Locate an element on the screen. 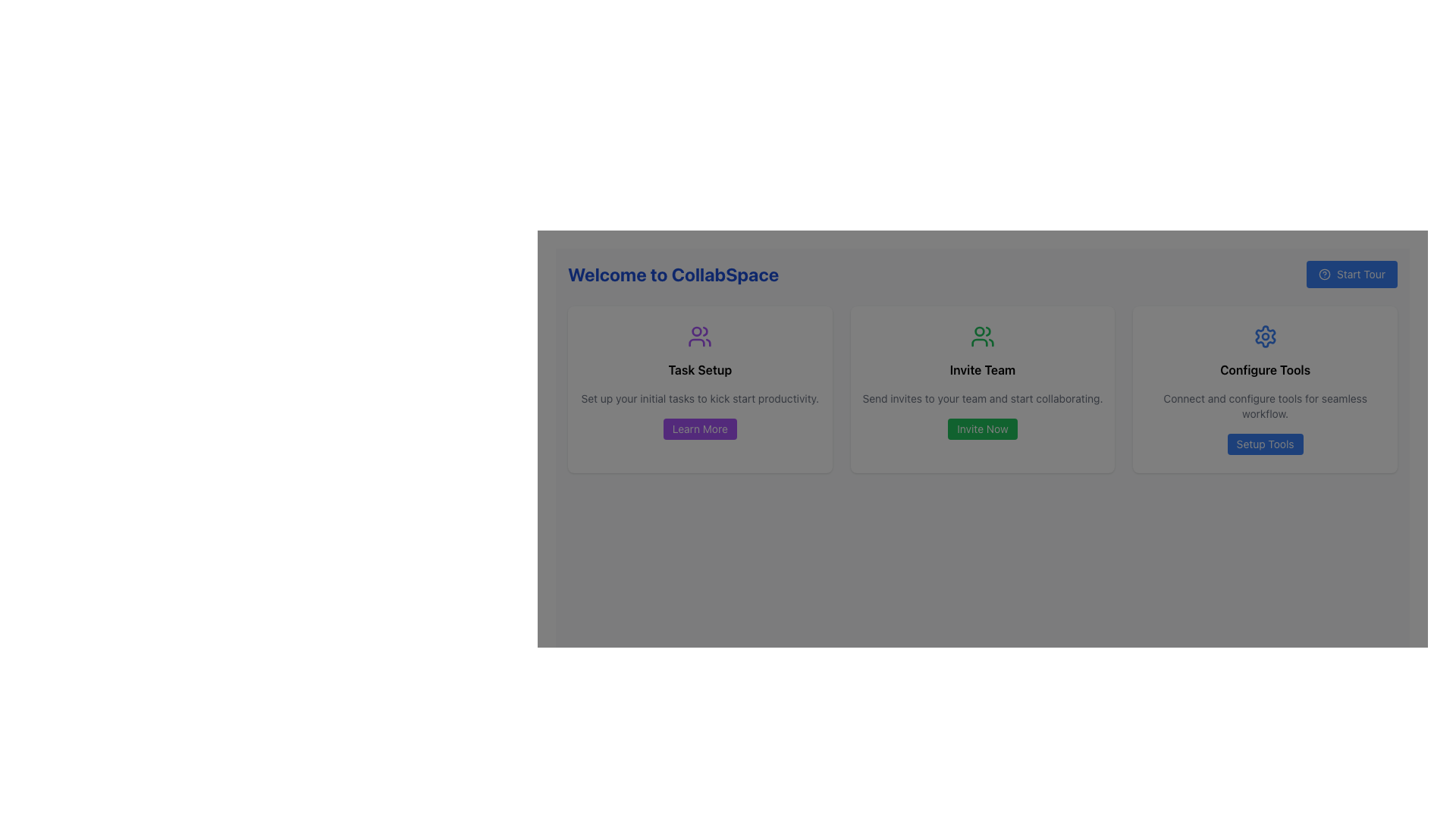  the text label that contains the description 'Connect and configure tools for seamless workflow.' which is located below the 'Configure Tools' title and above the 'Setup Tools' button in the rightmost card of a three-card layout is located at coordinates (1265, 406).